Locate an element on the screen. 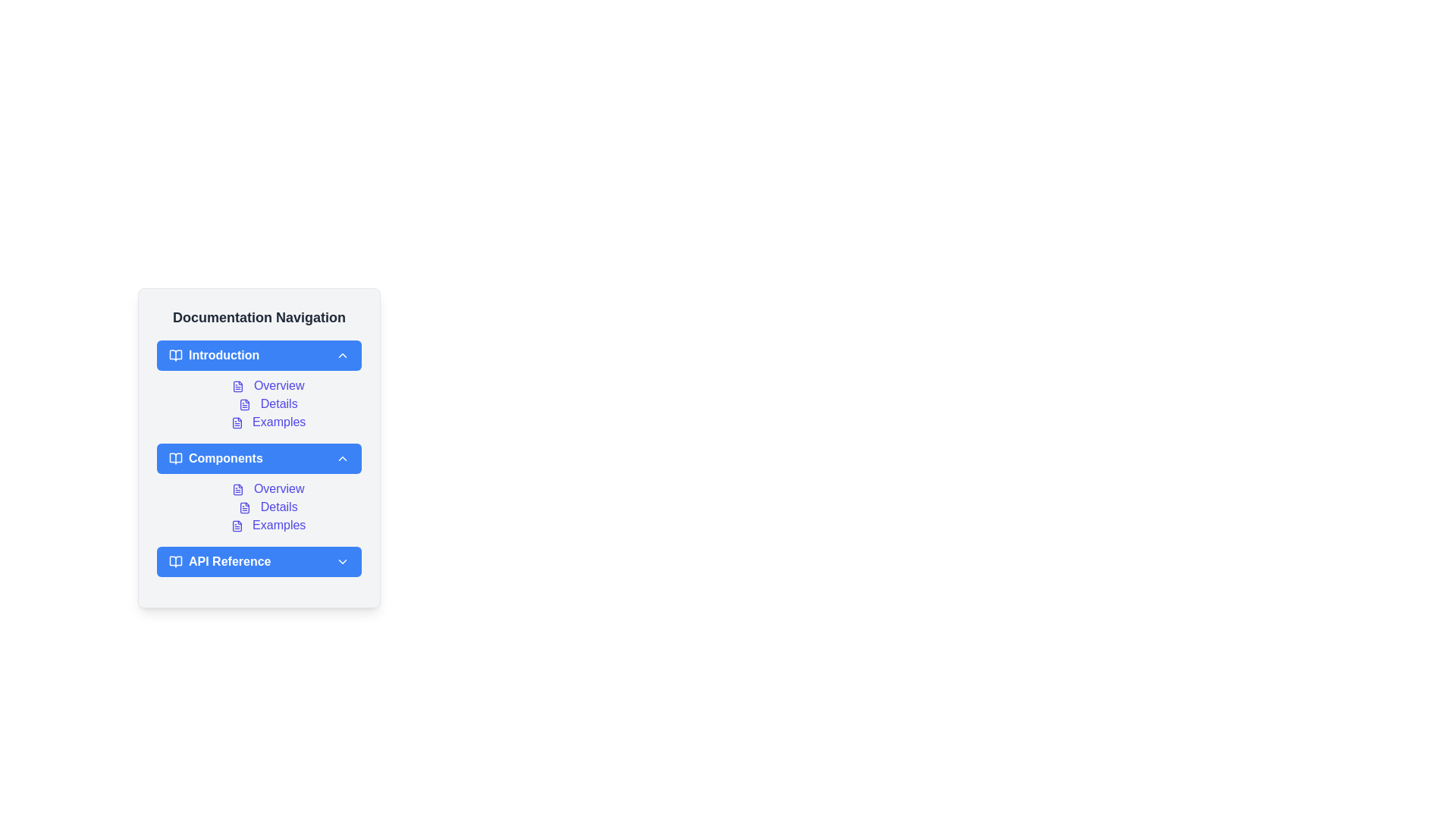 The width and height of the screenshot is (1456, 819). the 'Details' text link with an icon in the sidebar is located at coordinates (268, 507).